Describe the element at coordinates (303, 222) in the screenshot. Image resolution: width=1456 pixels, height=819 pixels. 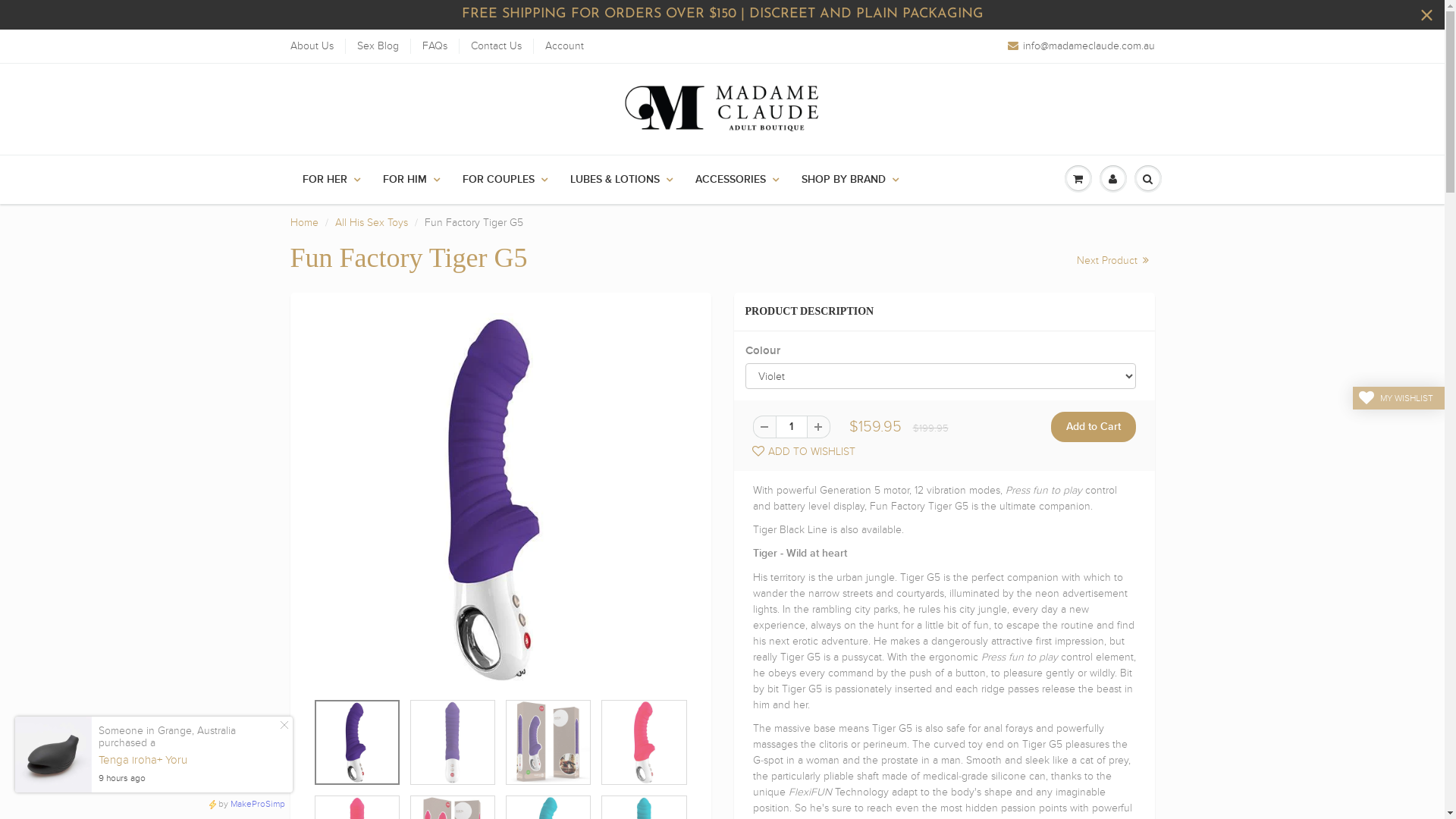
I see `'Home'` at that location.